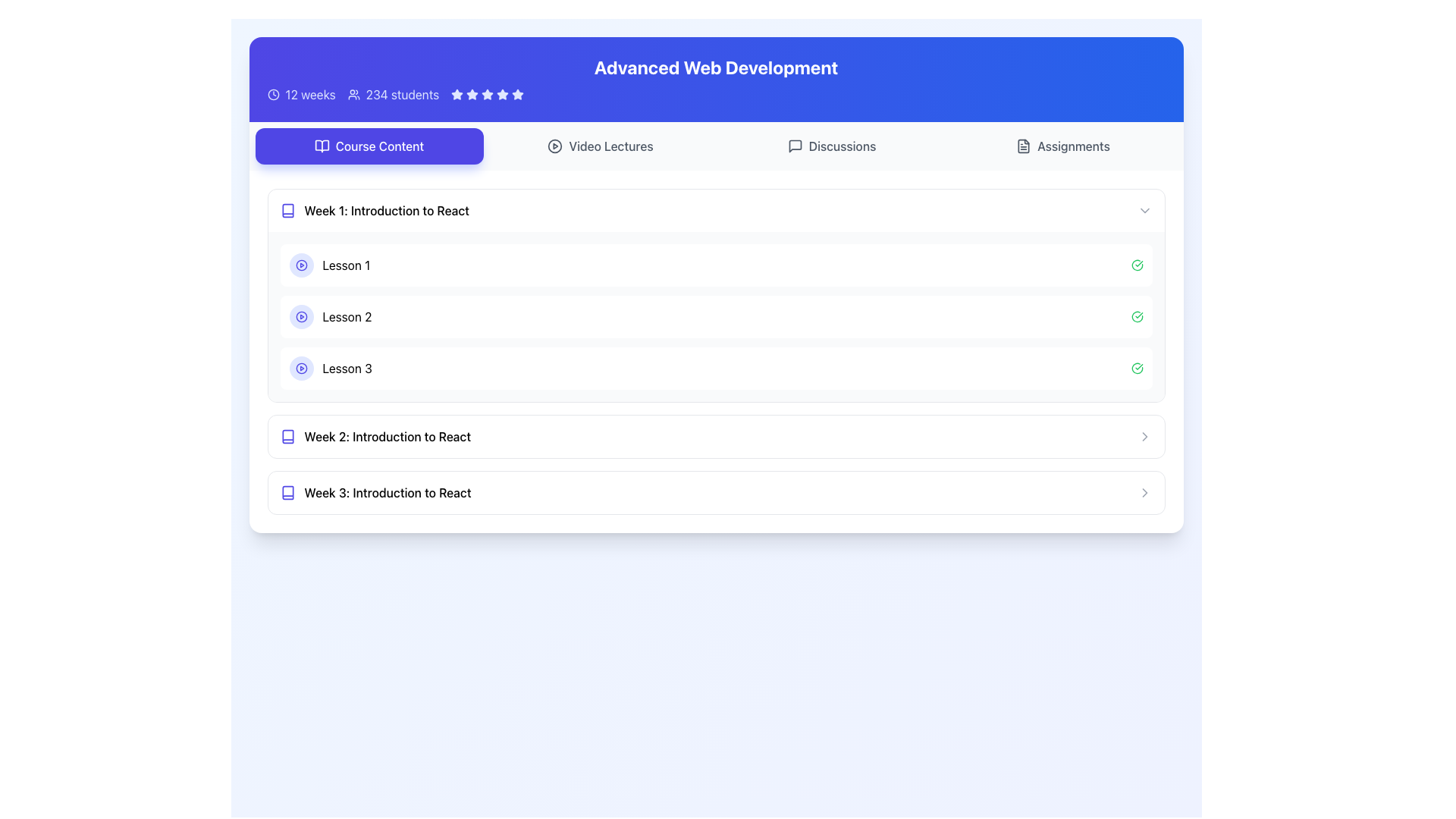 This screenshot has width=1456, height=819. Describe the element at coordinates (600, 146) in the screenshot. I see `the 'Video Lectures' button, which is a rounded rectangle containing a play icon and the text 'Video Lectures'` at that location.